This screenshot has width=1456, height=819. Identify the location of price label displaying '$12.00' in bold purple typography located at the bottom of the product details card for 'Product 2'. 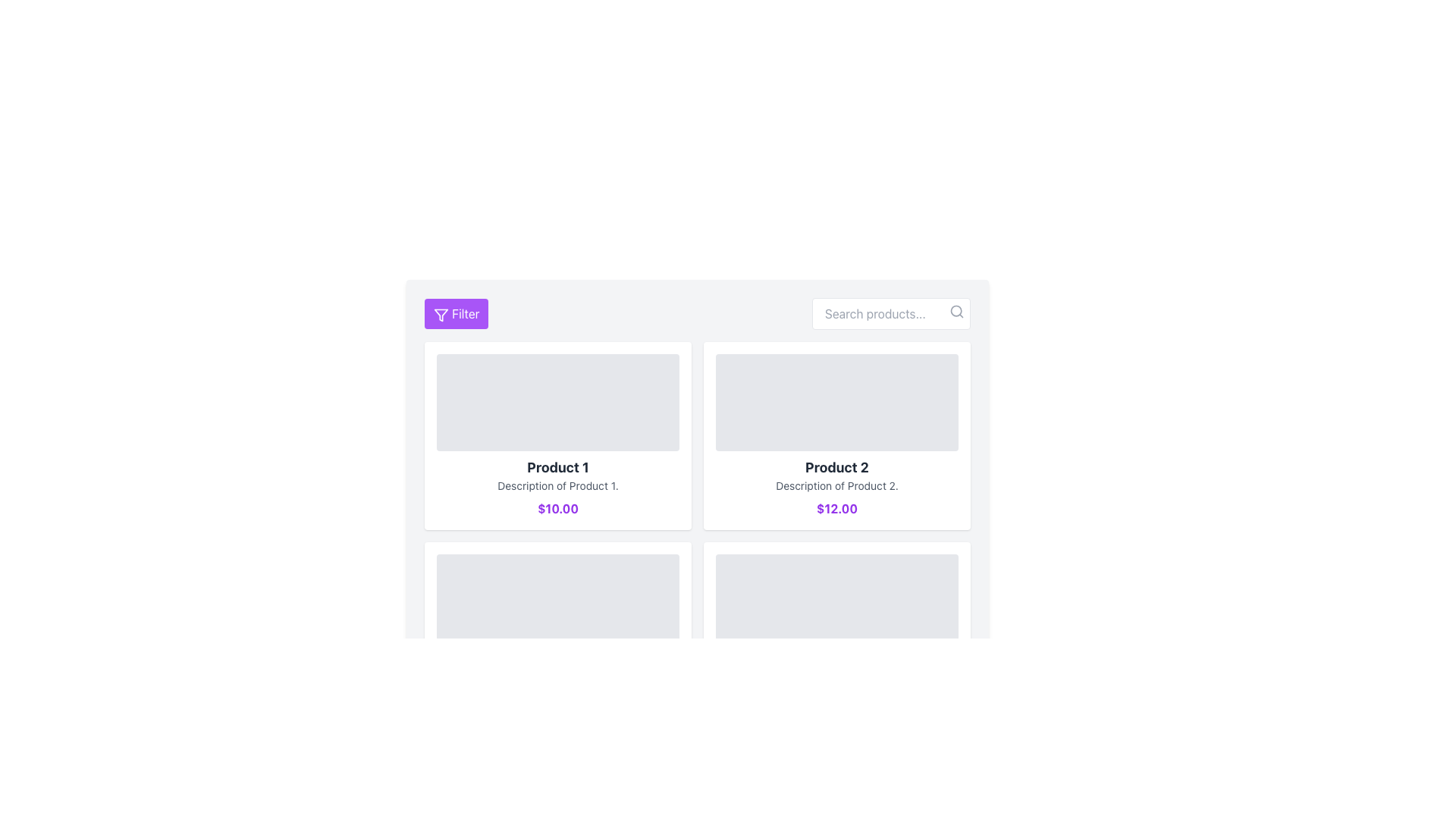
(836, 509).